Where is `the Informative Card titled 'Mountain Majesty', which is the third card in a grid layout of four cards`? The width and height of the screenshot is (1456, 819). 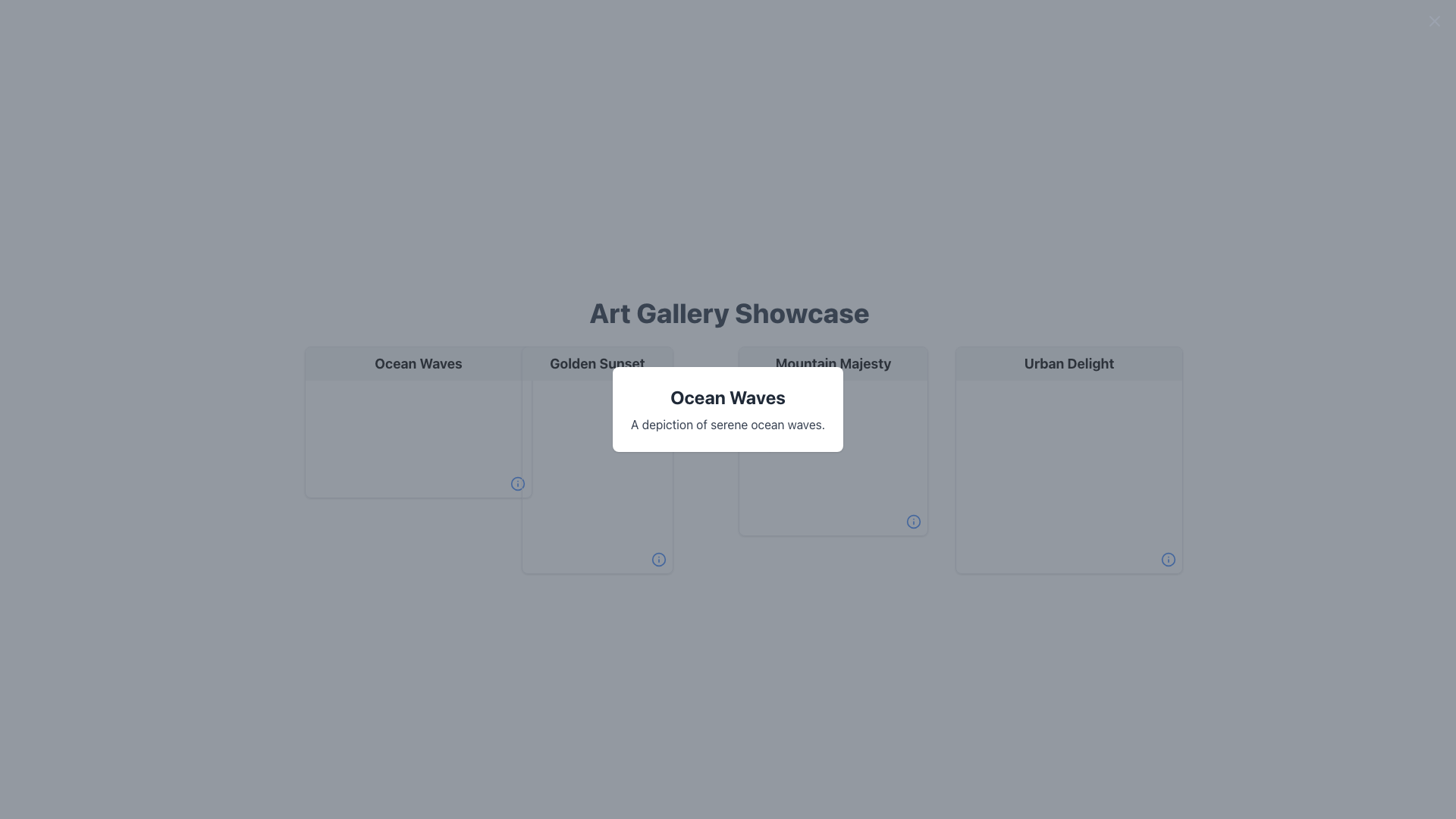 the Informative Card titled 'Mountain Majesty', which is the third card in a grid layout of four cards is located at coordinates (833, 441).